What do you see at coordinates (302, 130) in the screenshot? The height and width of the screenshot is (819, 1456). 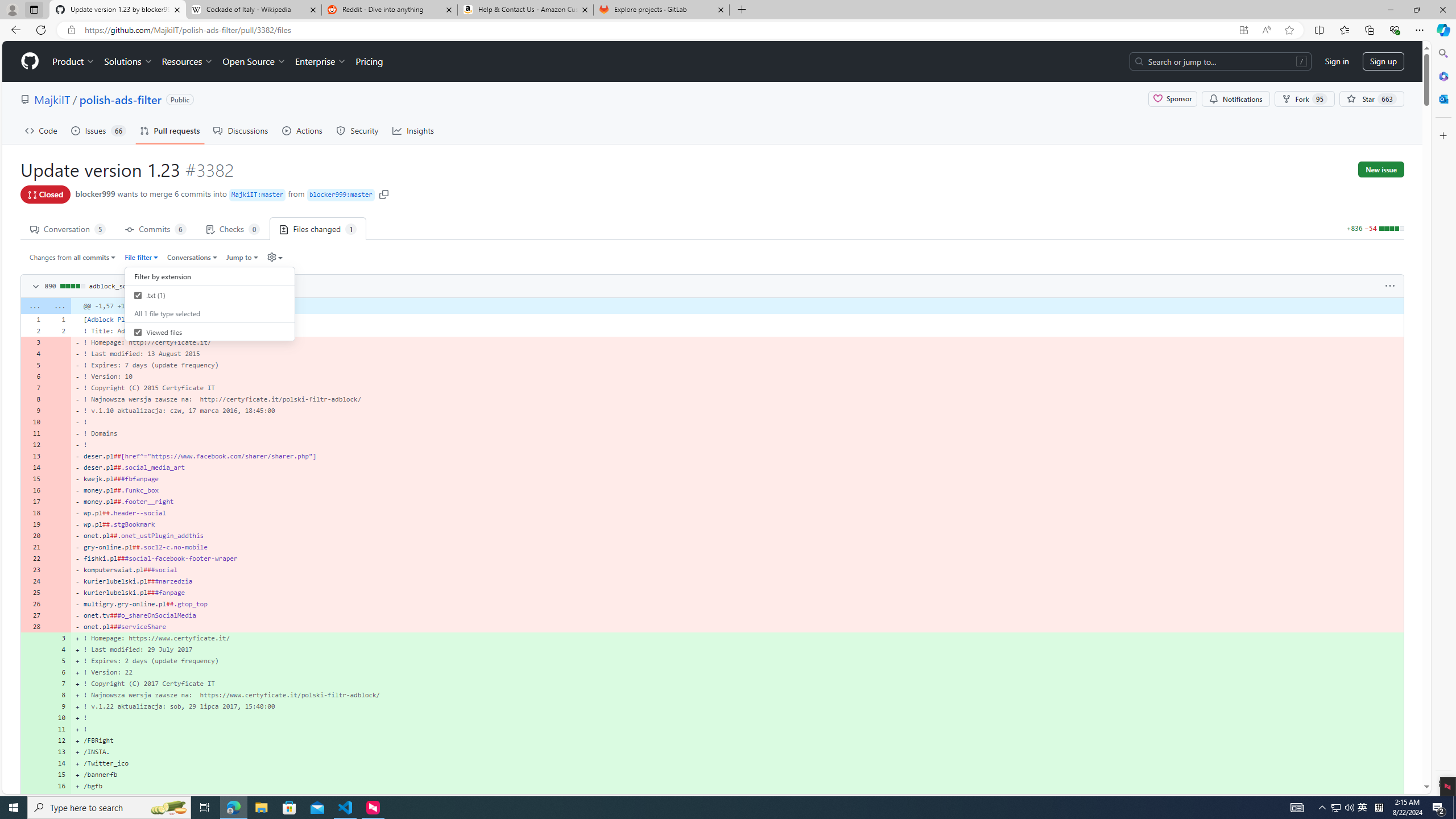 I see `'Actions'` at bounding box center [302, 130].